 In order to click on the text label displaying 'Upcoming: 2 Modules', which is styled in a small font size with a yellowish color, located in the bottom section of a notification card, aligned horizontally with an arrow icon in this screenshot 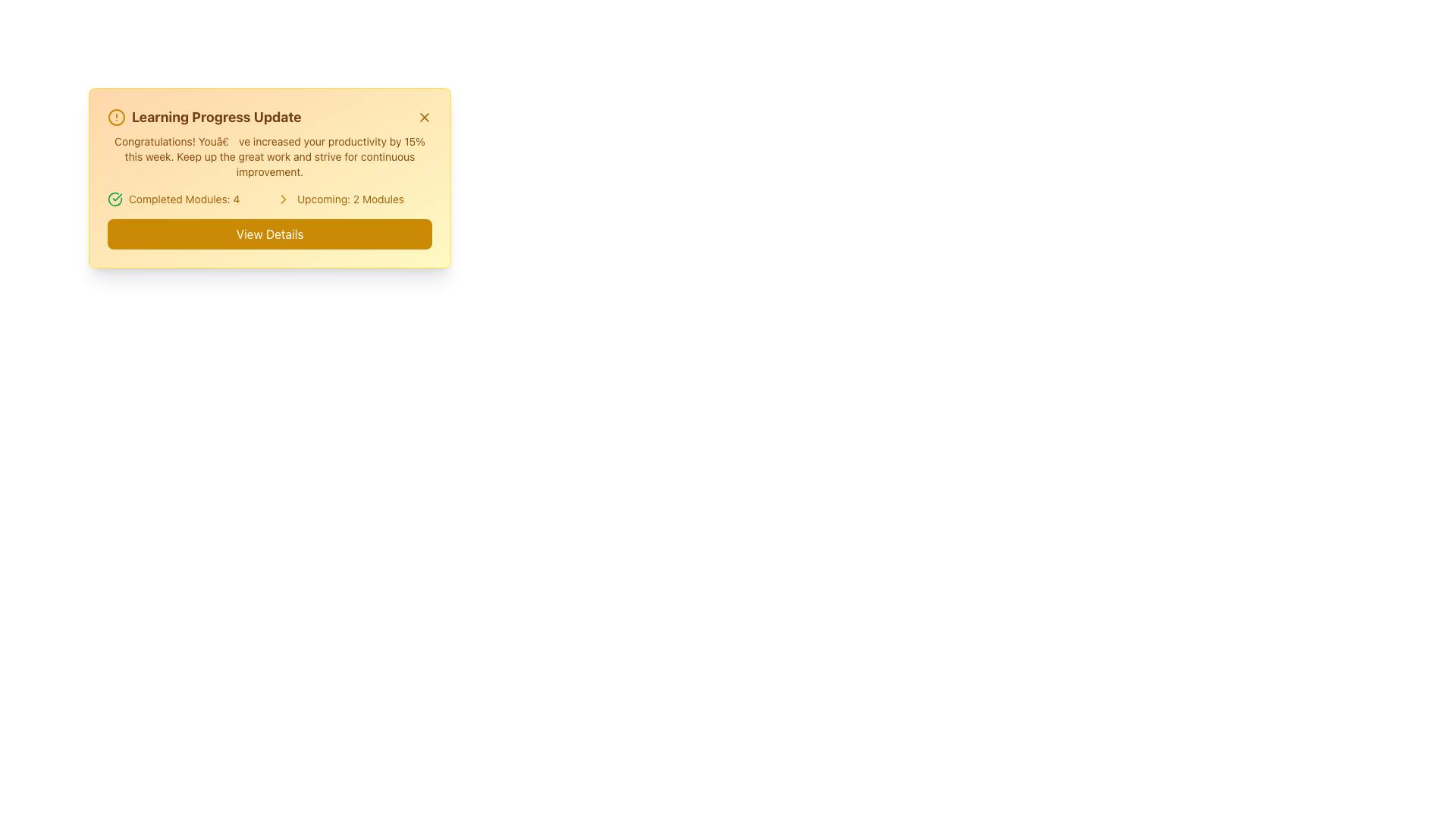, I will do `click(350, 198)`.